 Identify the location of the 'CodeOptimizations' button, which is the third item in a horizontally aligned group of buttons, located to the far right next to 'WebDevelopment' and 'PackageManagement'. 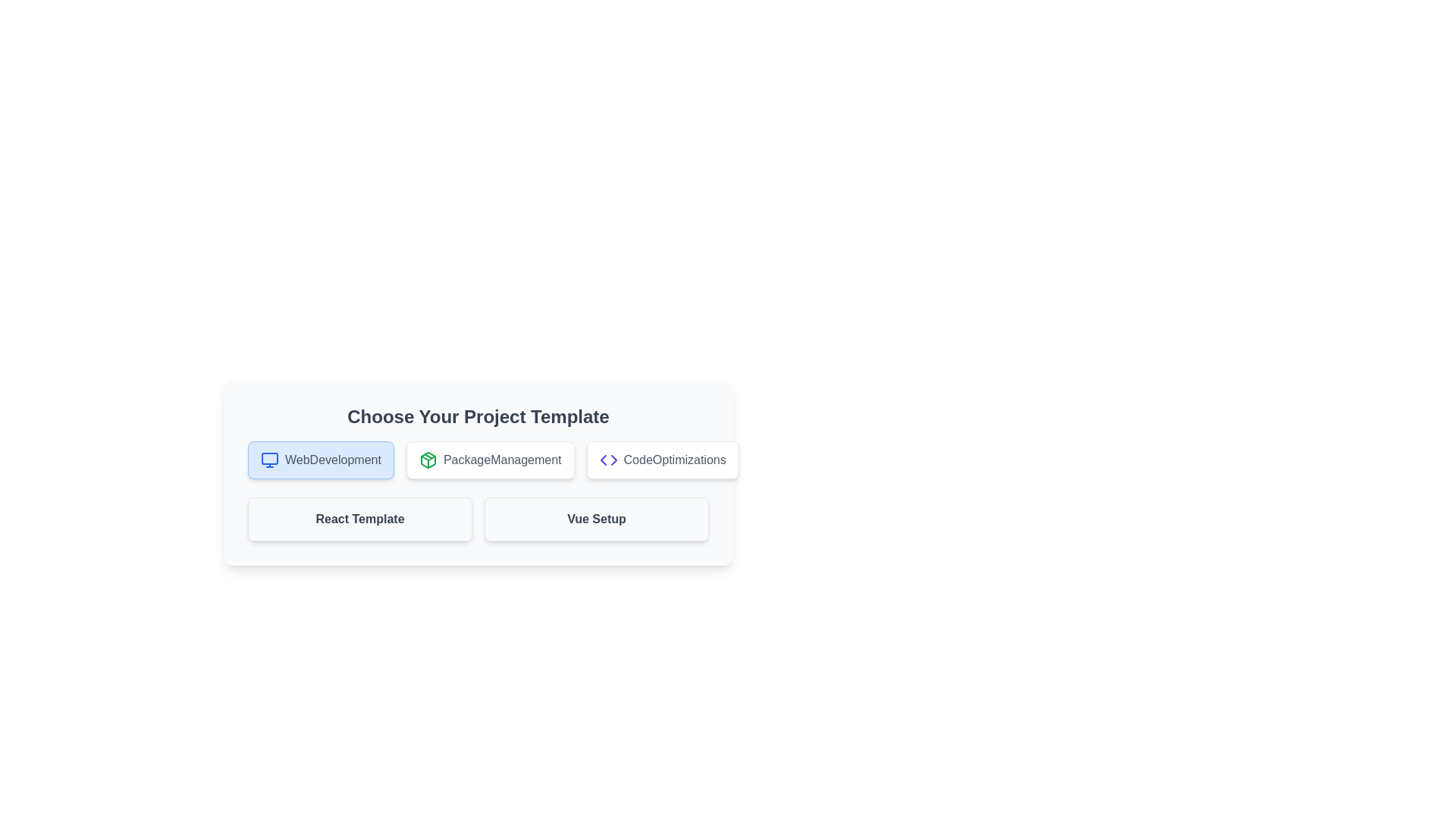
(662, 459).